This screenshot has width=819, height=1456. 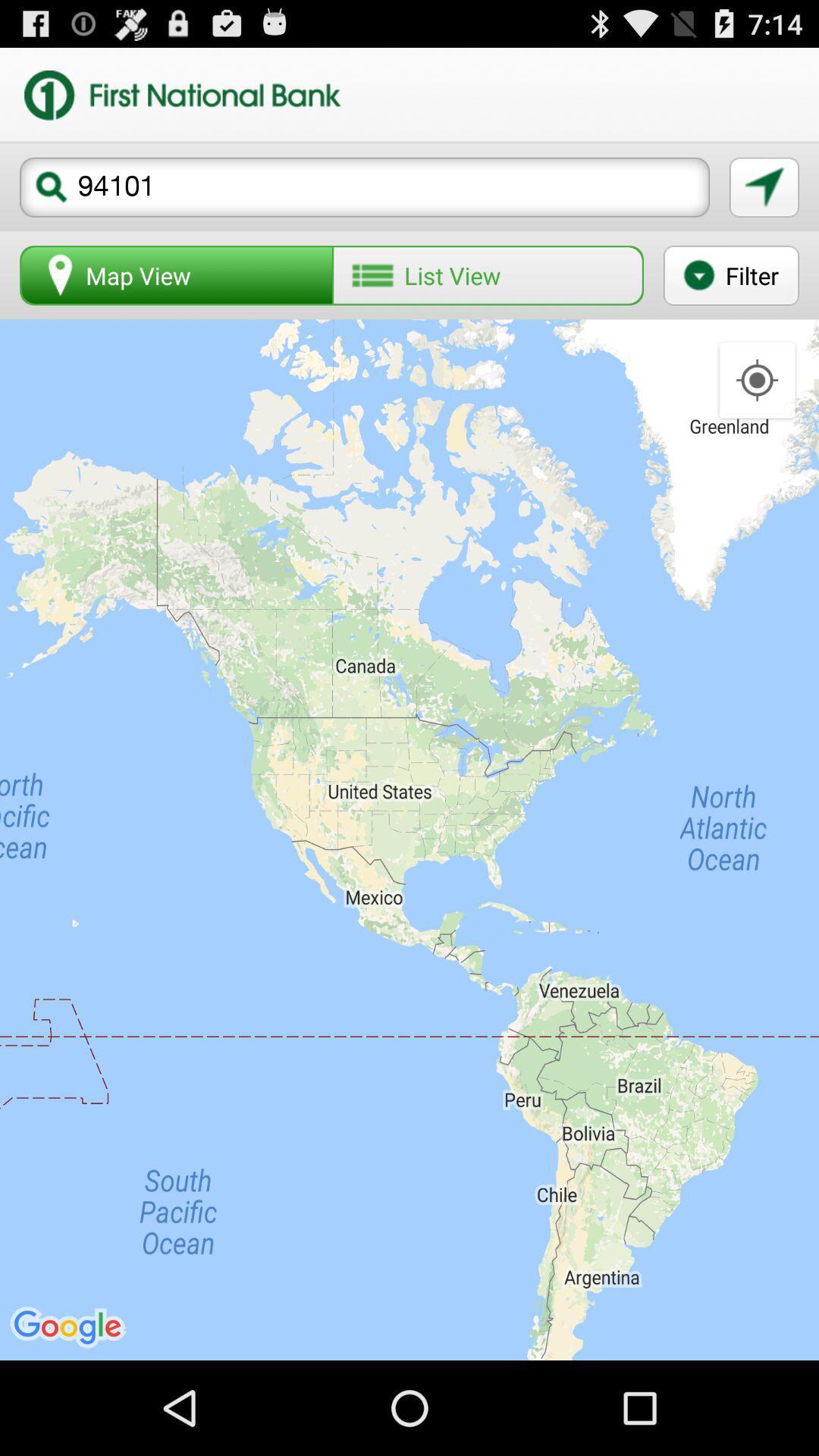 I want to click on icon below 94101 icon, so click(x=176, y=275).